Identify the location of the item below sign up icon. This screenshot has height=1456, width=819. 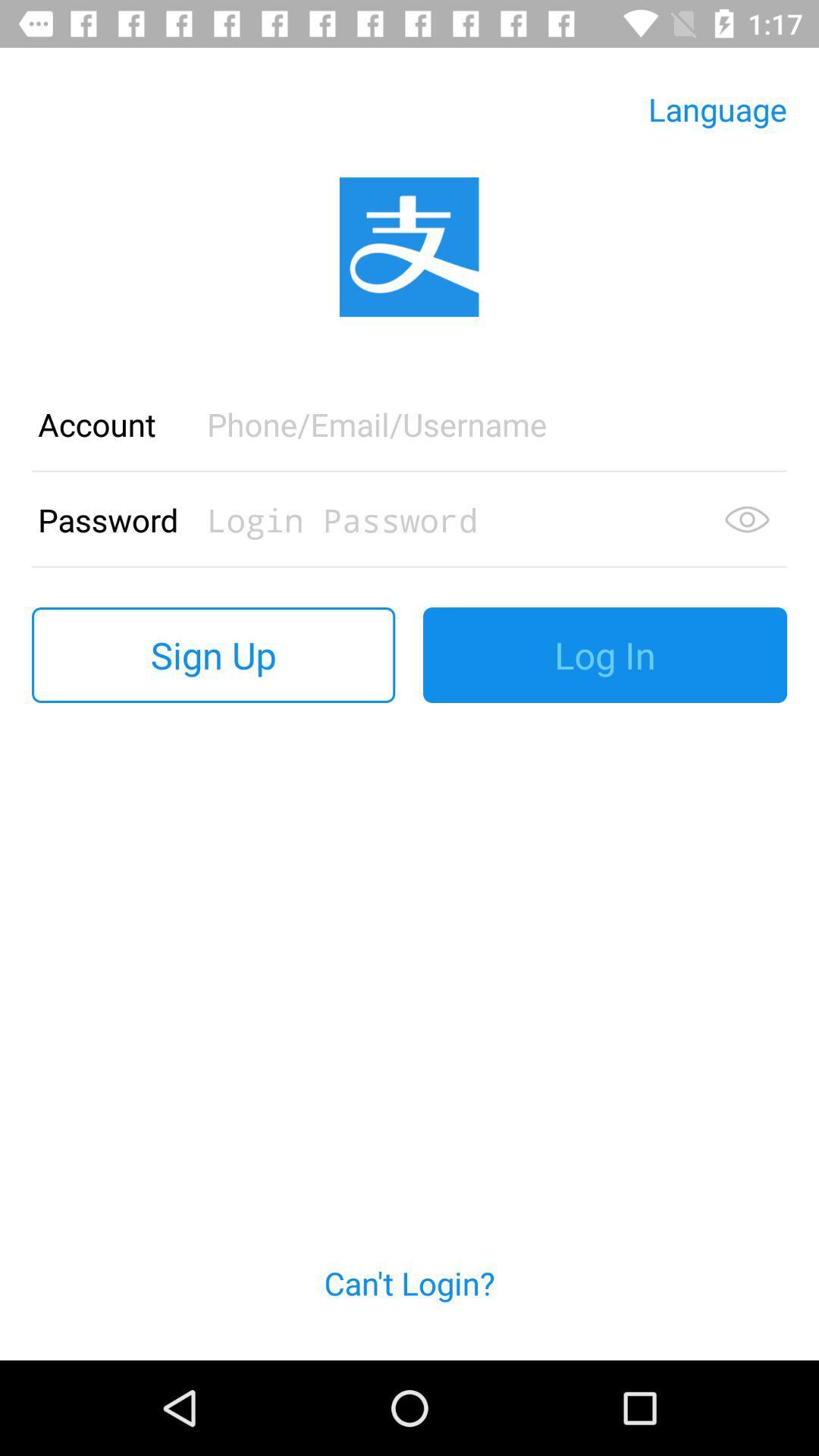
(409, 1300).